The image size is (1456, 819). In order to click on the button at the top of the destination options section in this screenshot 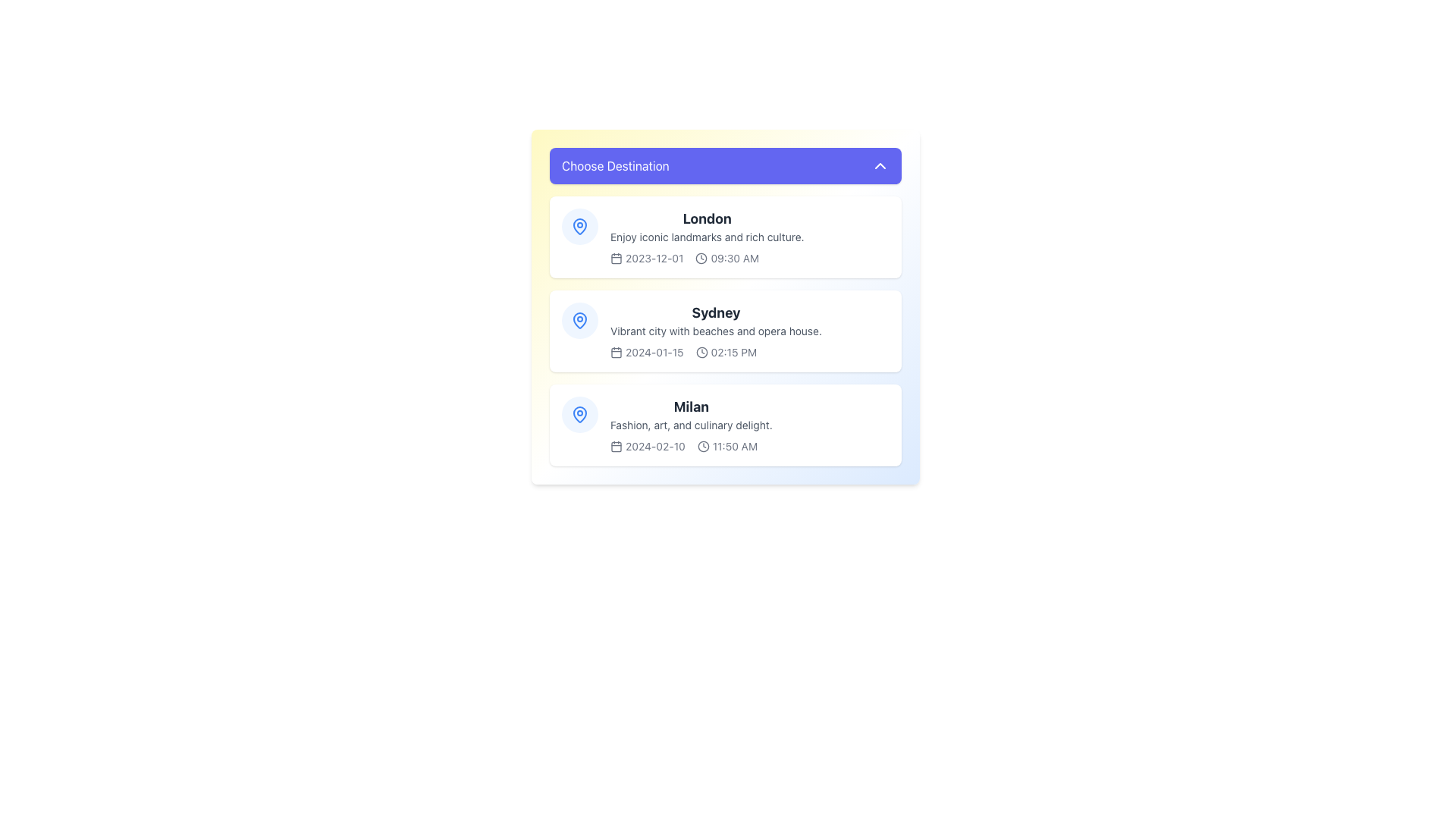, I will do `click(724, 166)`.